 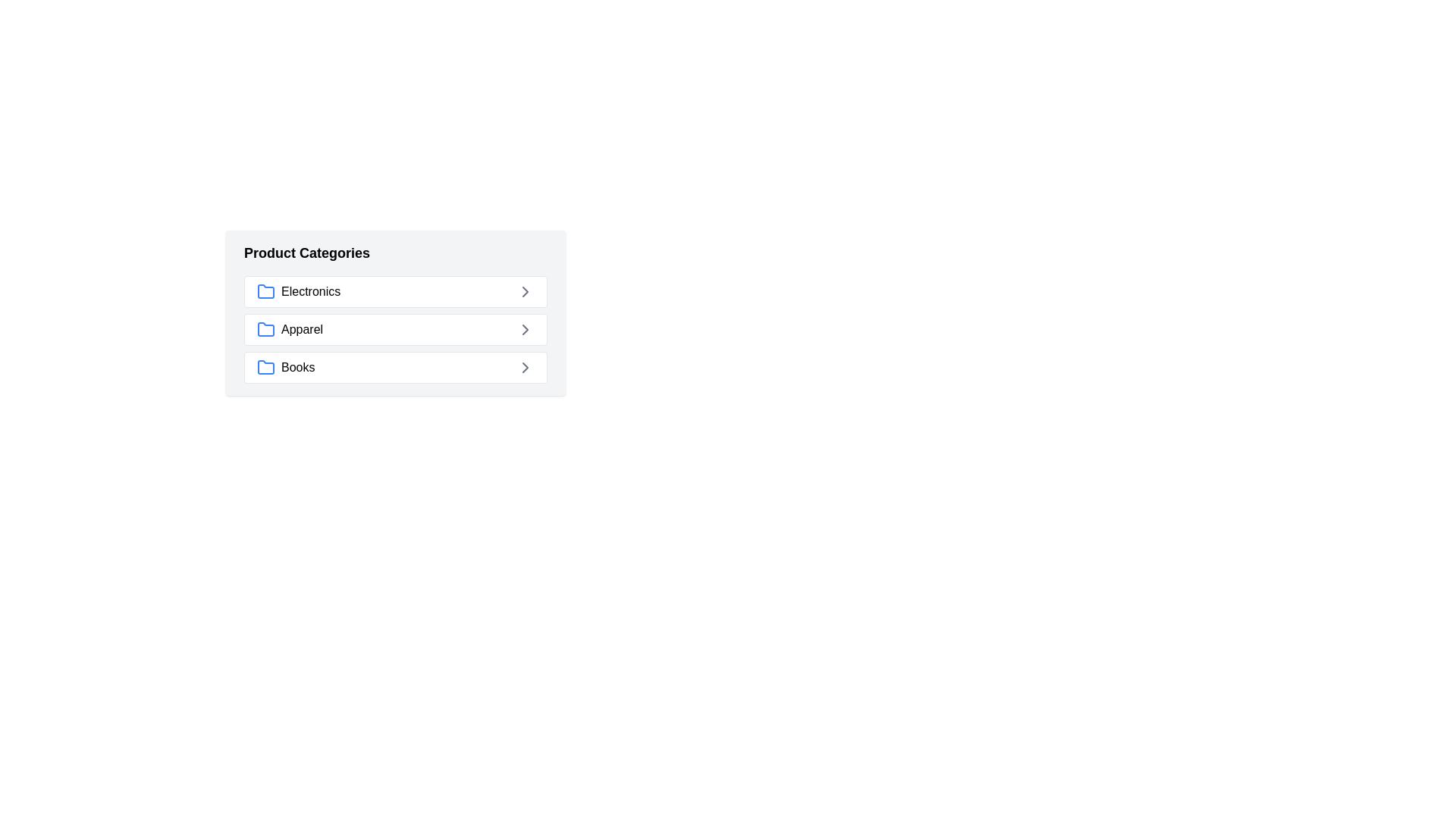 I want to click on the 'Books' category label in the product categorization list, which is the third item after 'Electronics' and 'Apparel', so click(x=298, y=368).